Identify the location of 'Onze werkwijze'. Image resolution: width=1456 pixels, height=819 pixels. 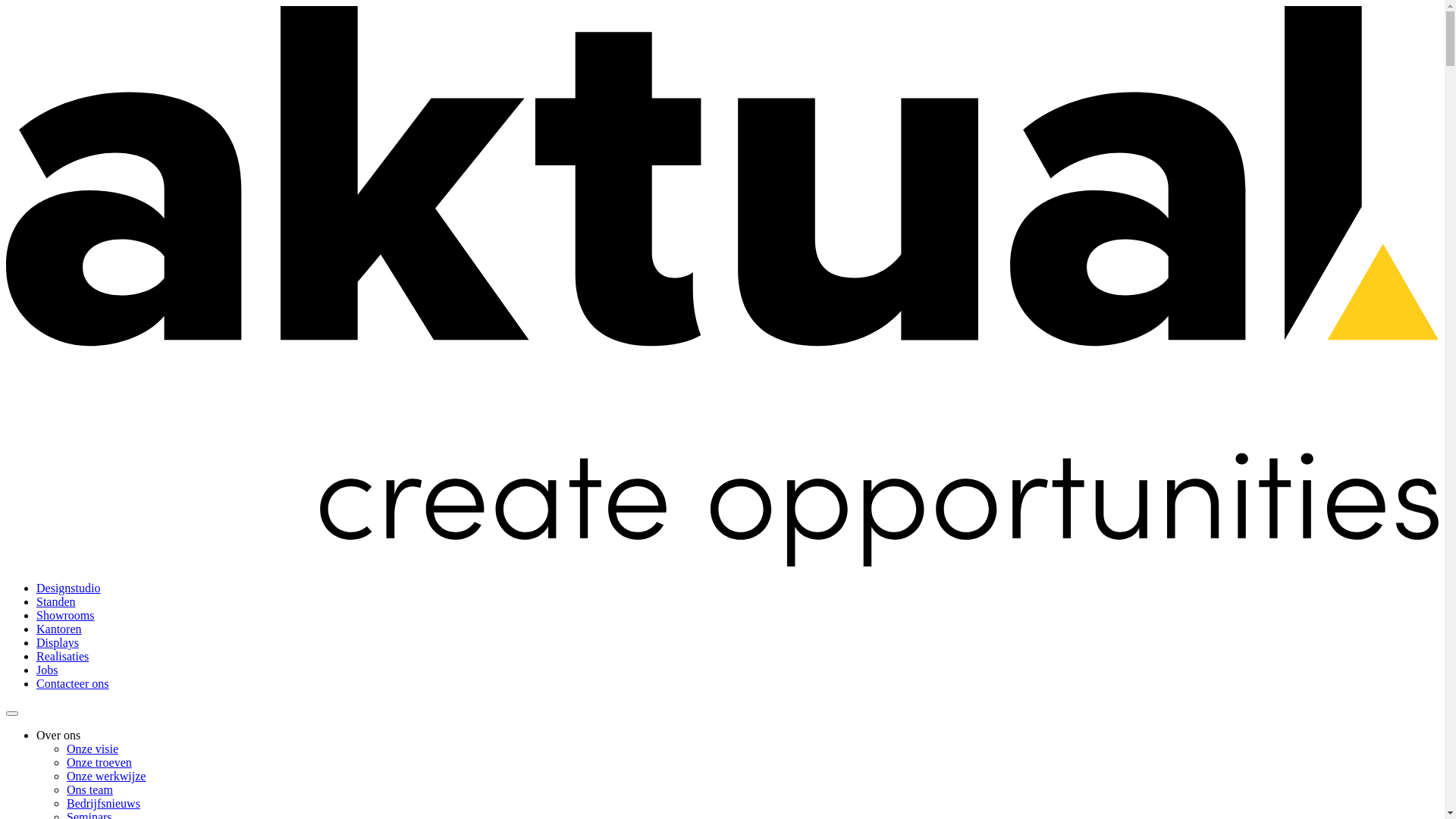
(105, 776).